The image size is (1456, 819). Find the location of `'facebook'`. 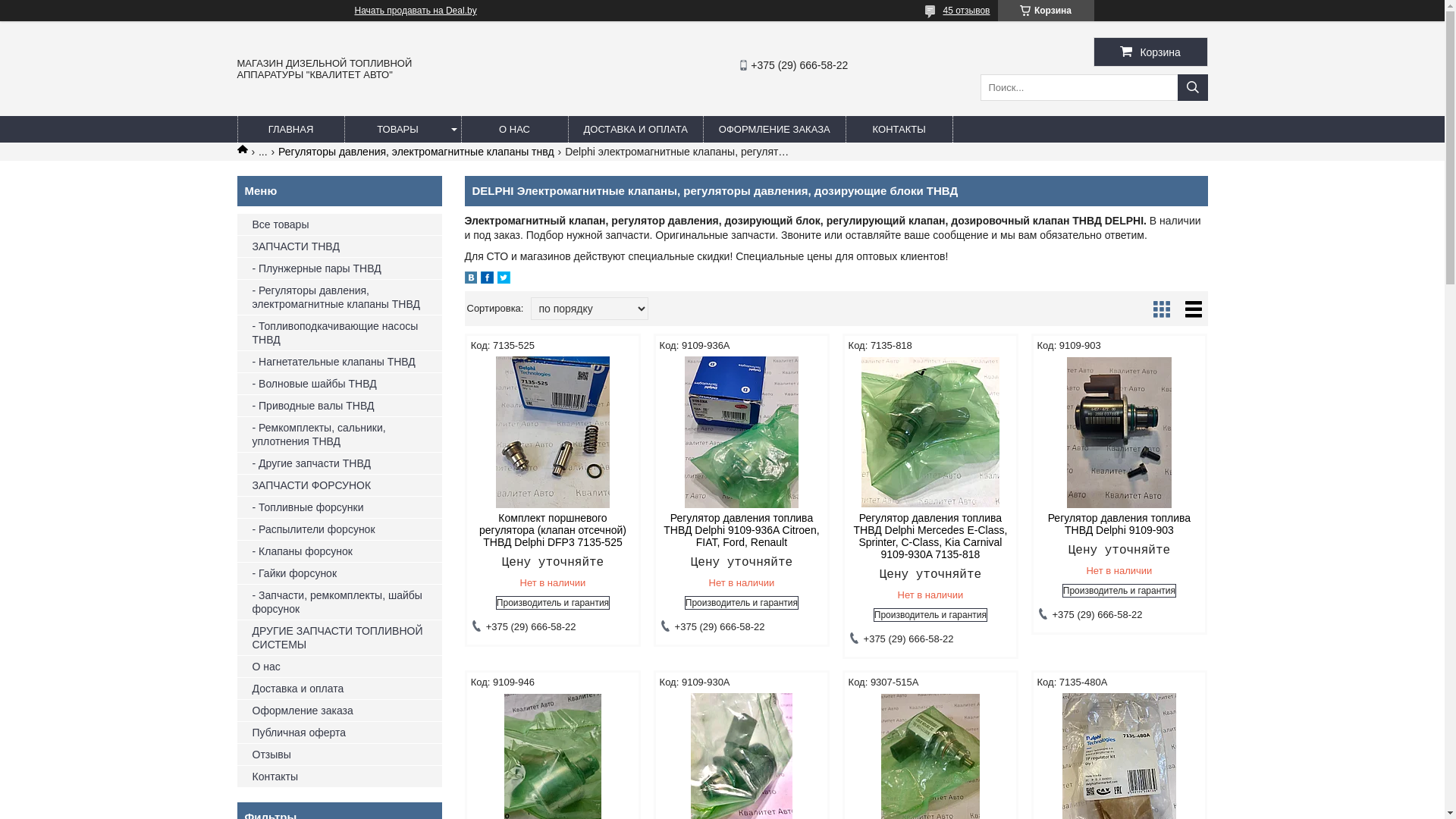

'facebook' is located at coordinates (479, 280).